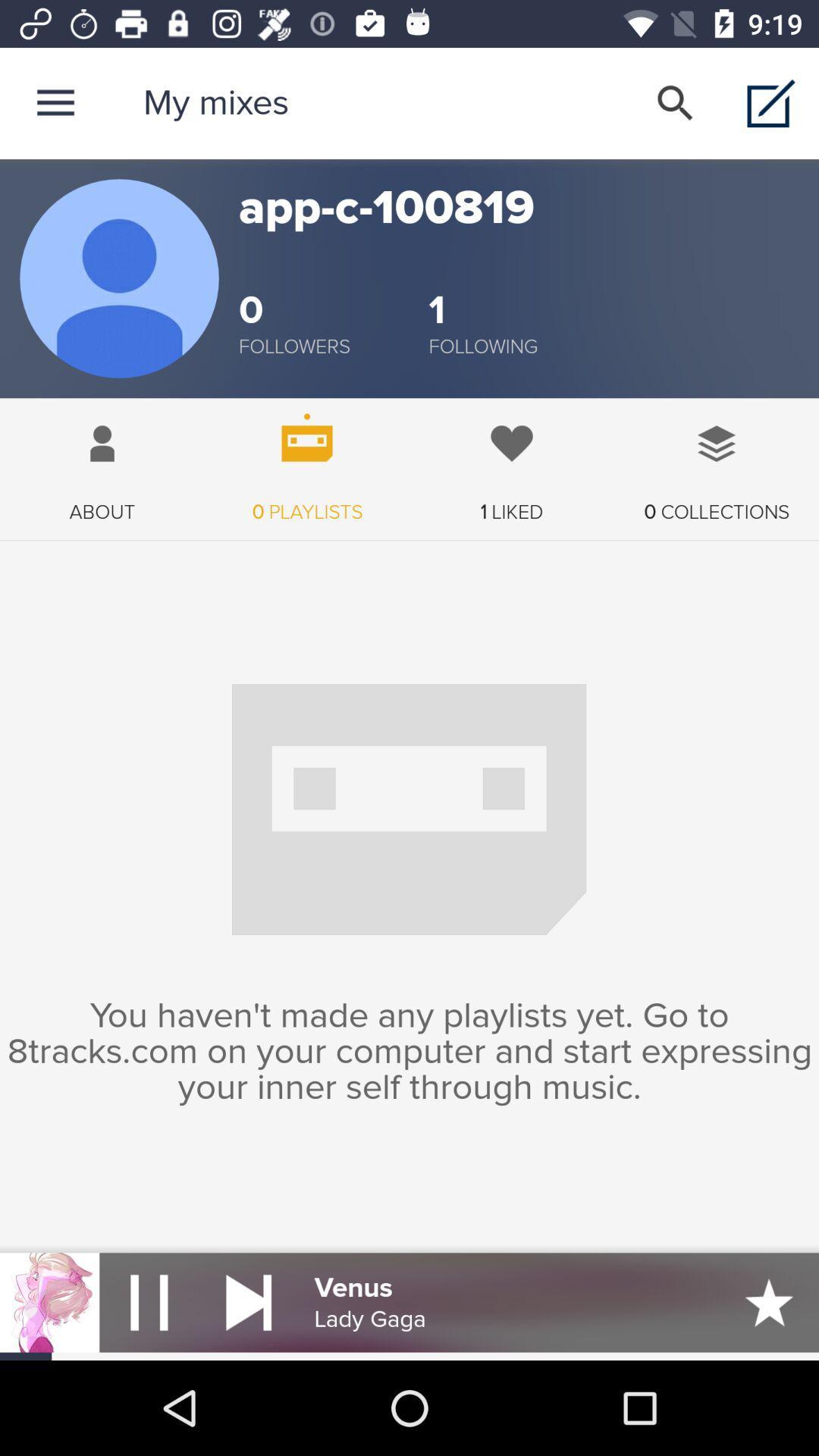  Describe the element at coordinates (512, 460) in the screenshot. I see `app next to the 0 collections` at that location.